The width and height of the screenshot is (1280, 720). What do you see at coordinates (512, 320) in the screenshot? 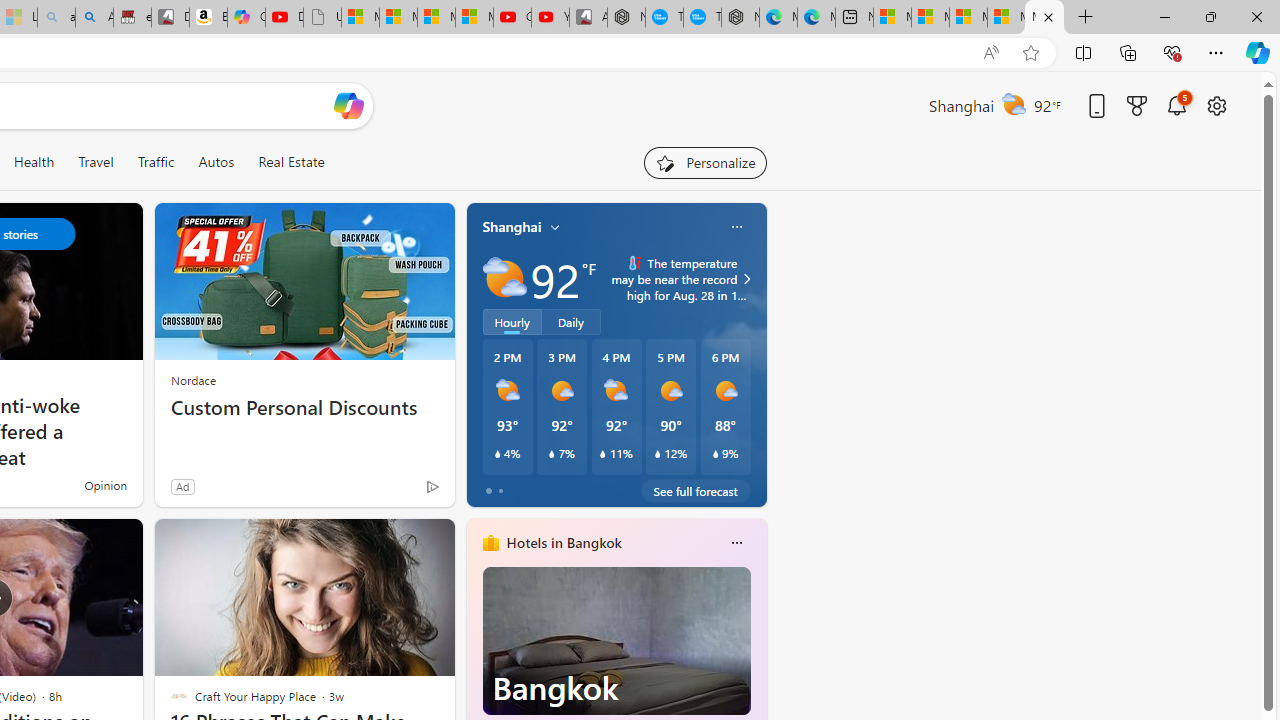
I see `'Hourly'` at bounding box center [512, 320].